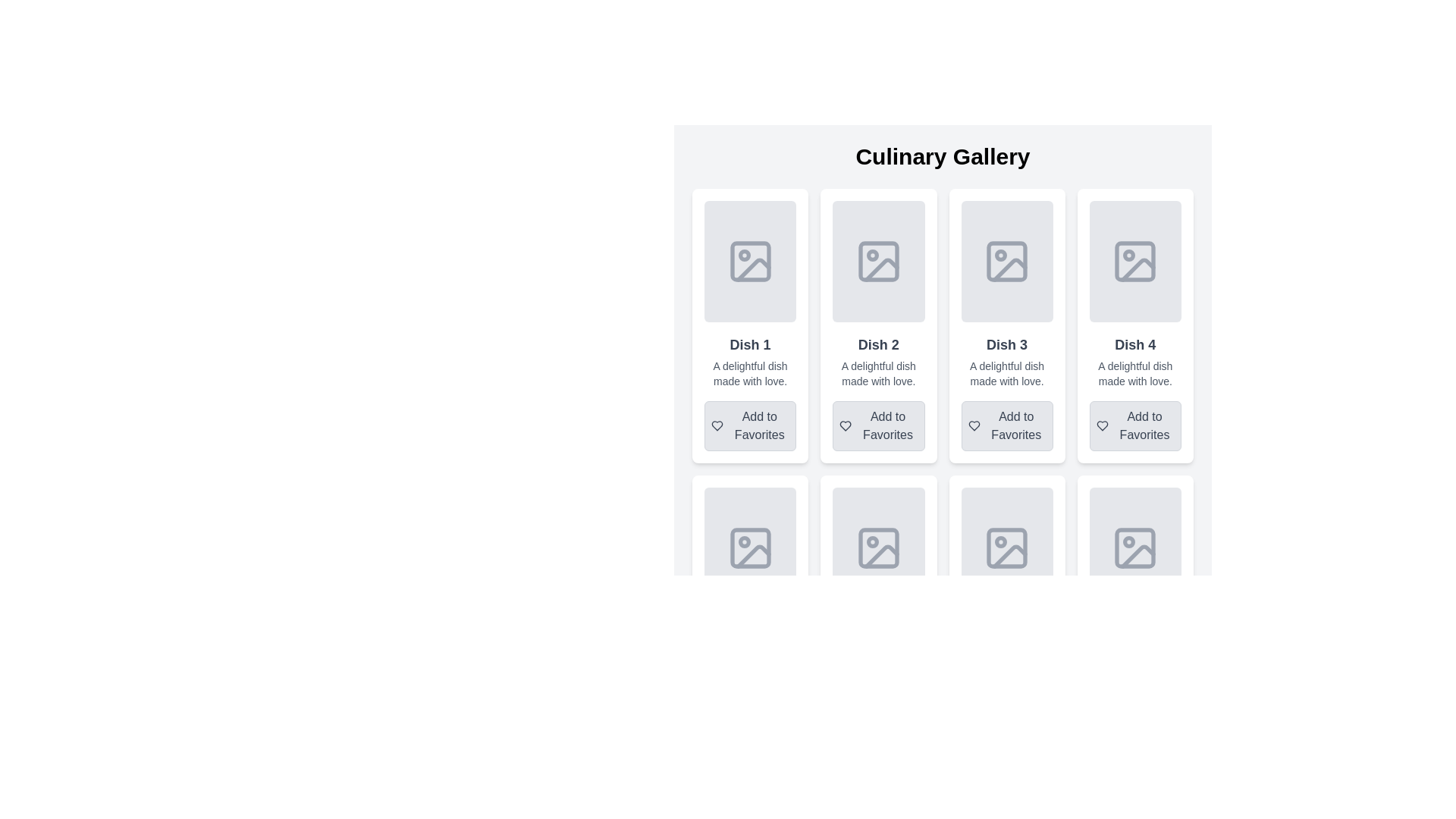 The width and height of the screenshot is (1456, 819). I want to click on the heart icon located in the 'Dish 3' card of the 'Culinary Gallery', so click(973, 426).